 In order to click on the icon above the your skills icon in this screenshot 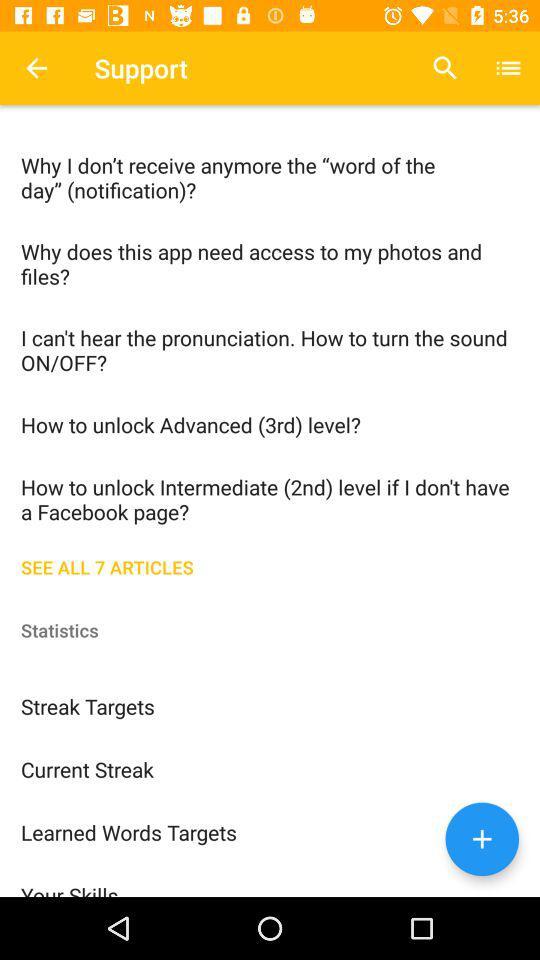, I will do `click(270, 831)`.